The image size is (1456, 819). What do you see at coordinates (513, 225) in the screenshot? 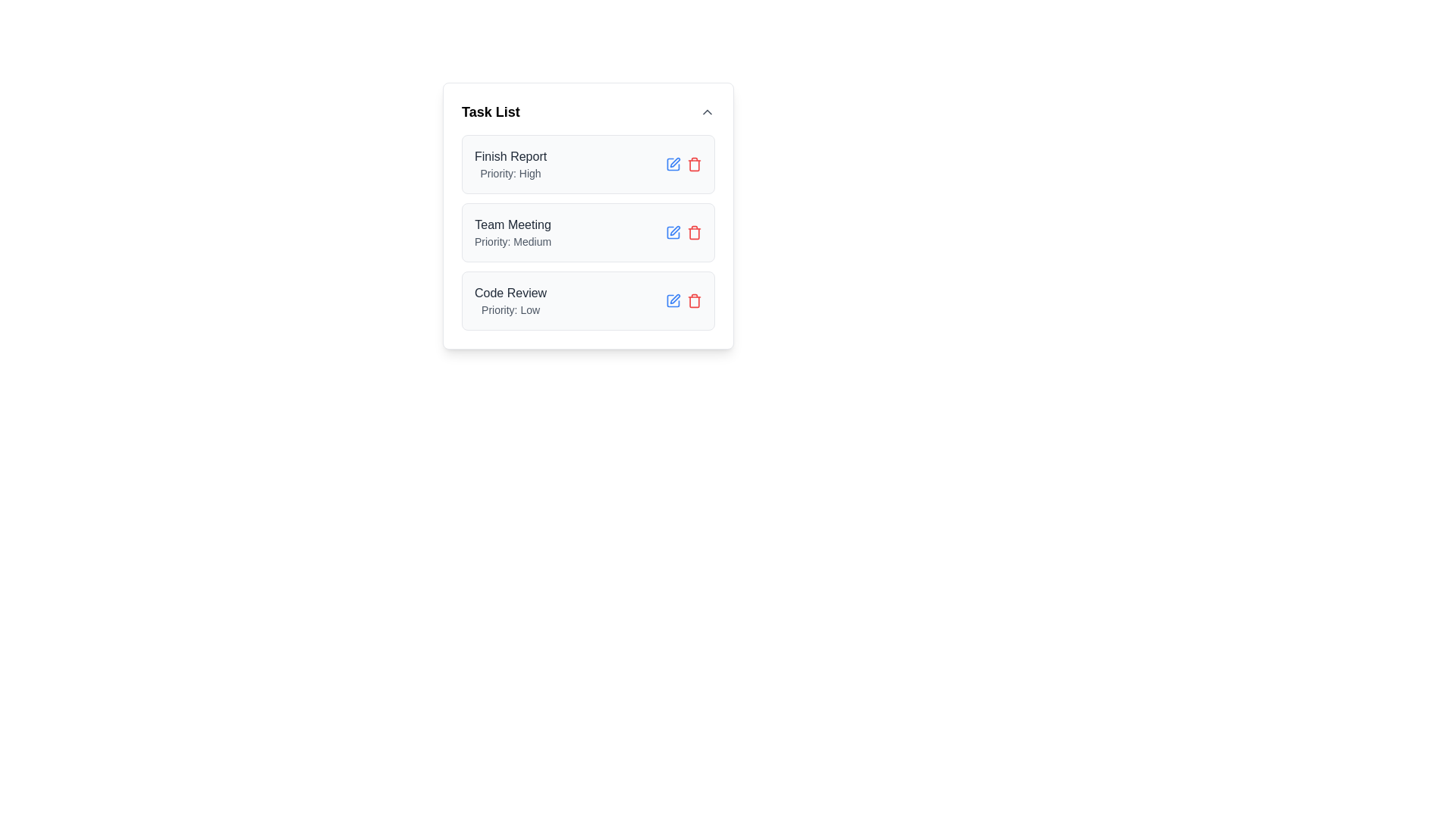
I see `the text label displaying 'Team Meeting', located between 'Finish Report' and 'Code Review' in the task list` at bounding box center [513, 225].